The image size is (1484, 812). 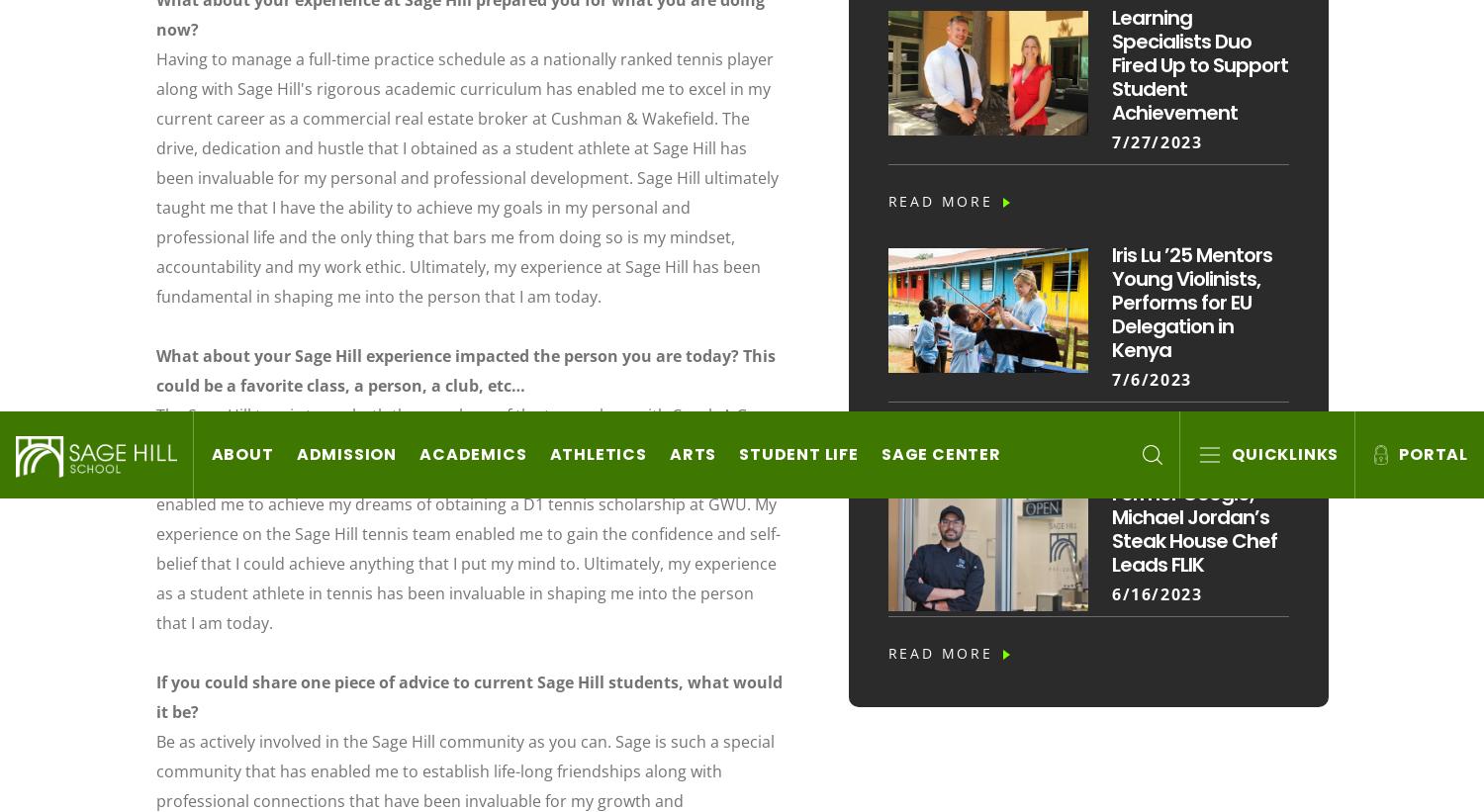 What do you see at coordinates (381, 368) in the screenshot?
I see `'Privacy Policy'` at bounding box center [381, 368].